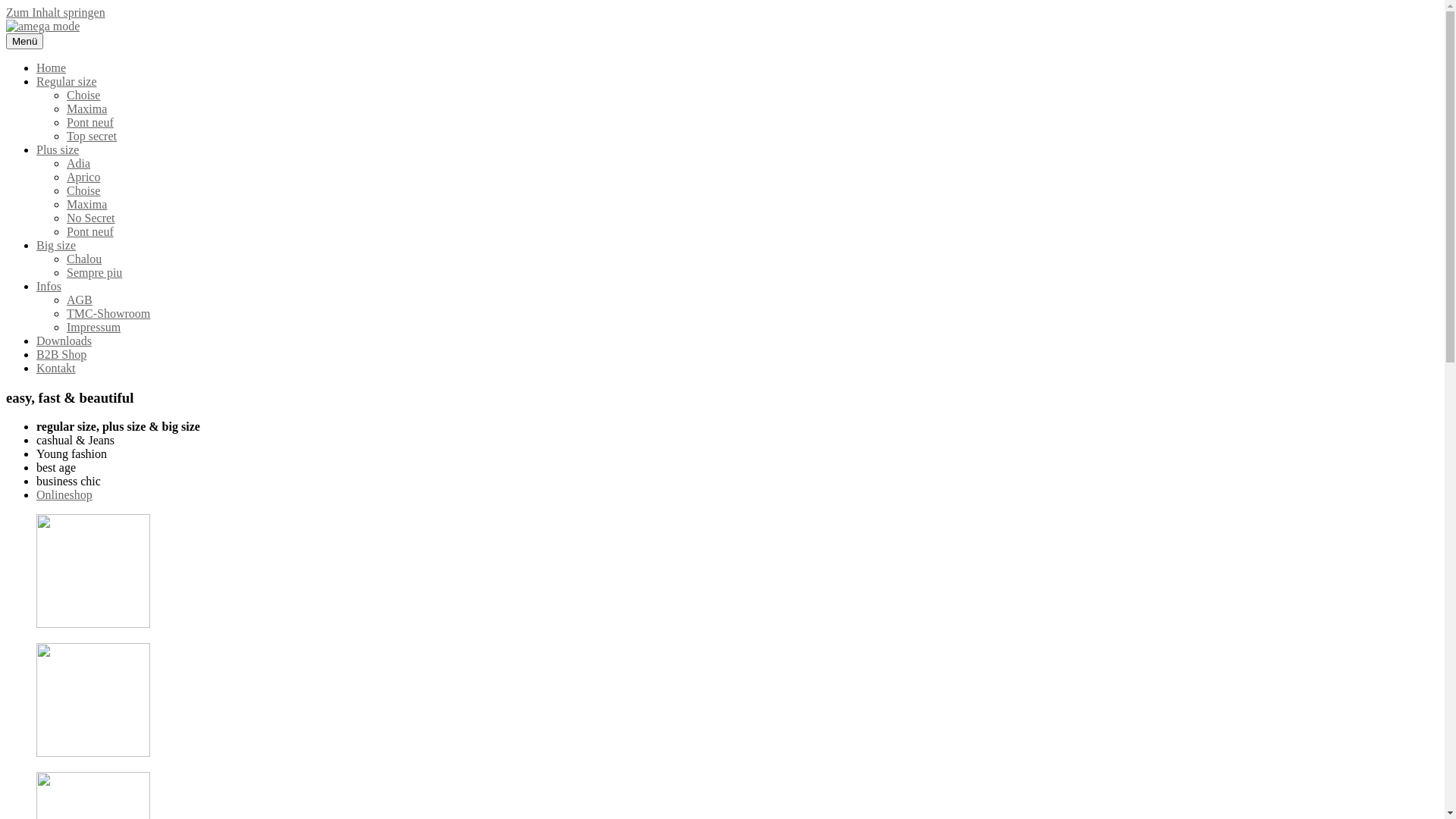  I want to click on 'Regular size', so click(65, 81).